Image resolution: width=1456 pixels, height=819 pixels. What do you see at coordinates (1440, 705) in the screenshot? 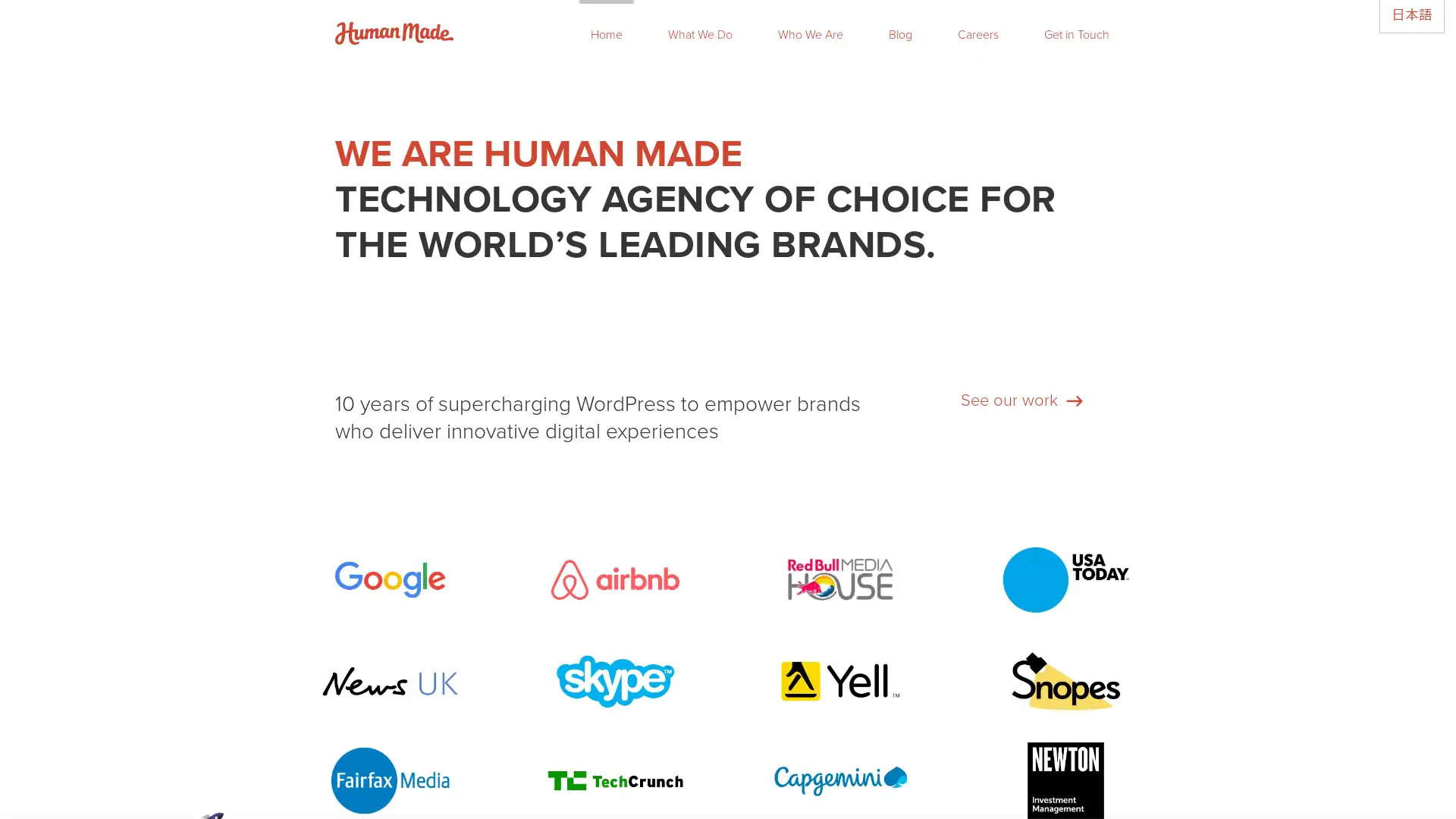
I see `Close` at bounding box center [1440, 705].